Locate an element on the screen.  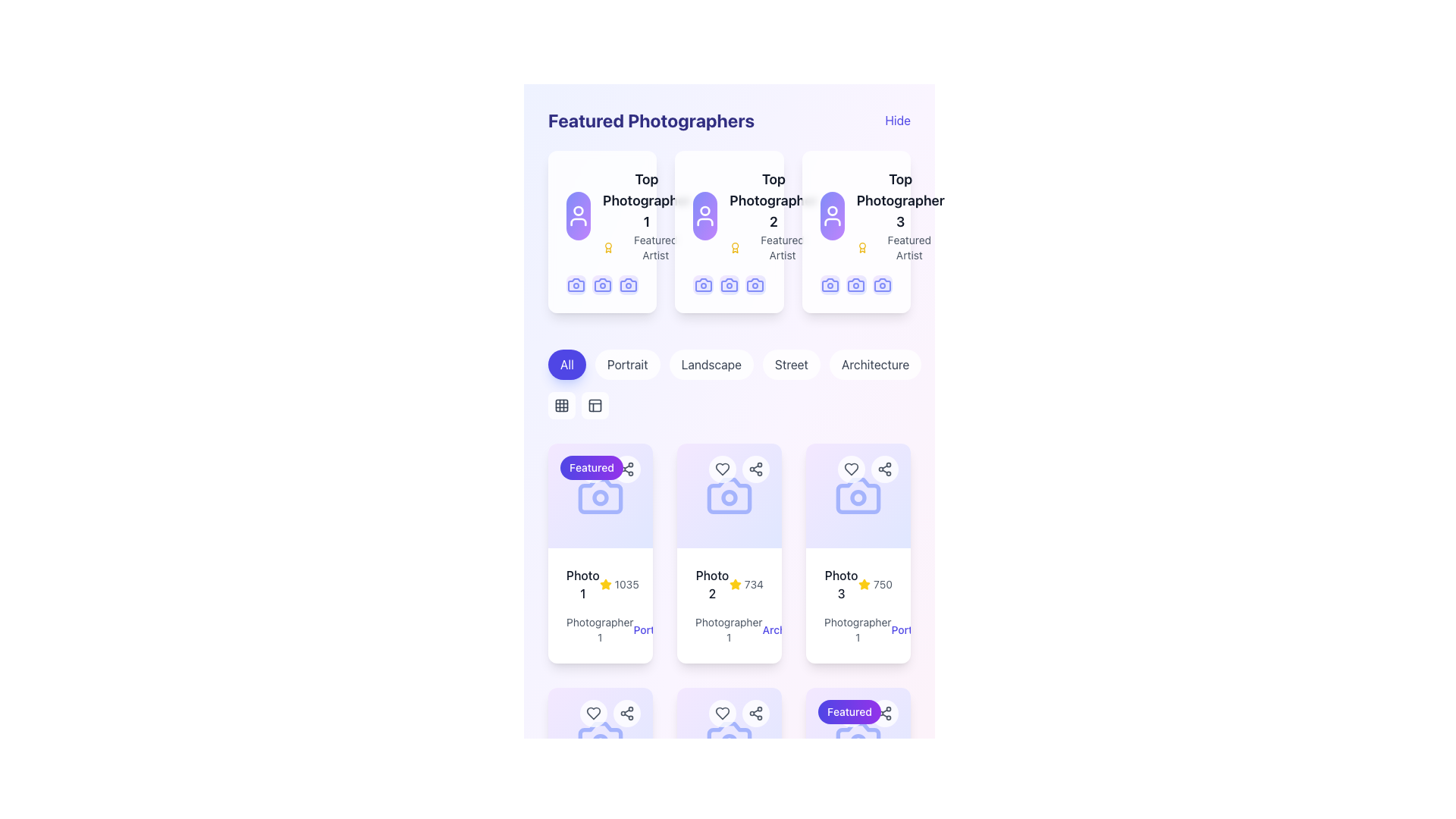
the 'like' or 'favorite' icon located in the top right corner of the card in the second row and third column is located at coordinates (722, 714).